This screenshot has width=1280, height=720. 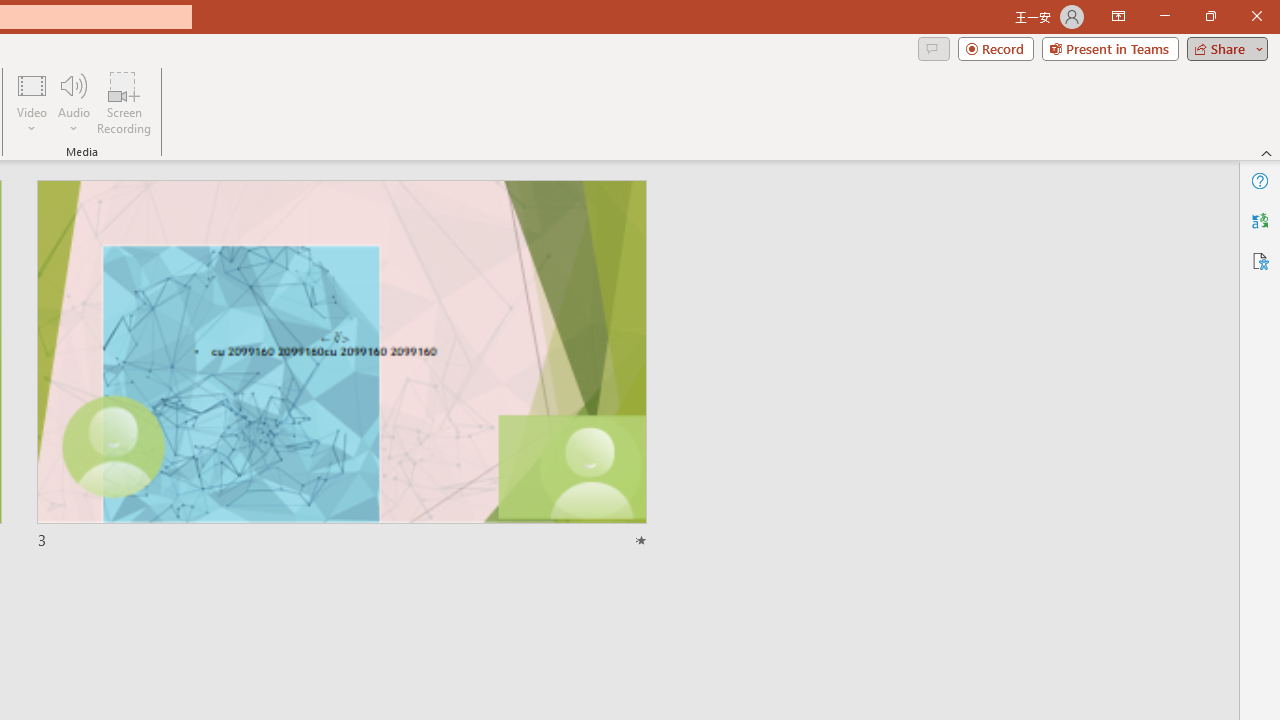 What do you see at coordinates (1222, 47) in the screenshot?
I see `'Share'` at bounding box center [1222, 47].